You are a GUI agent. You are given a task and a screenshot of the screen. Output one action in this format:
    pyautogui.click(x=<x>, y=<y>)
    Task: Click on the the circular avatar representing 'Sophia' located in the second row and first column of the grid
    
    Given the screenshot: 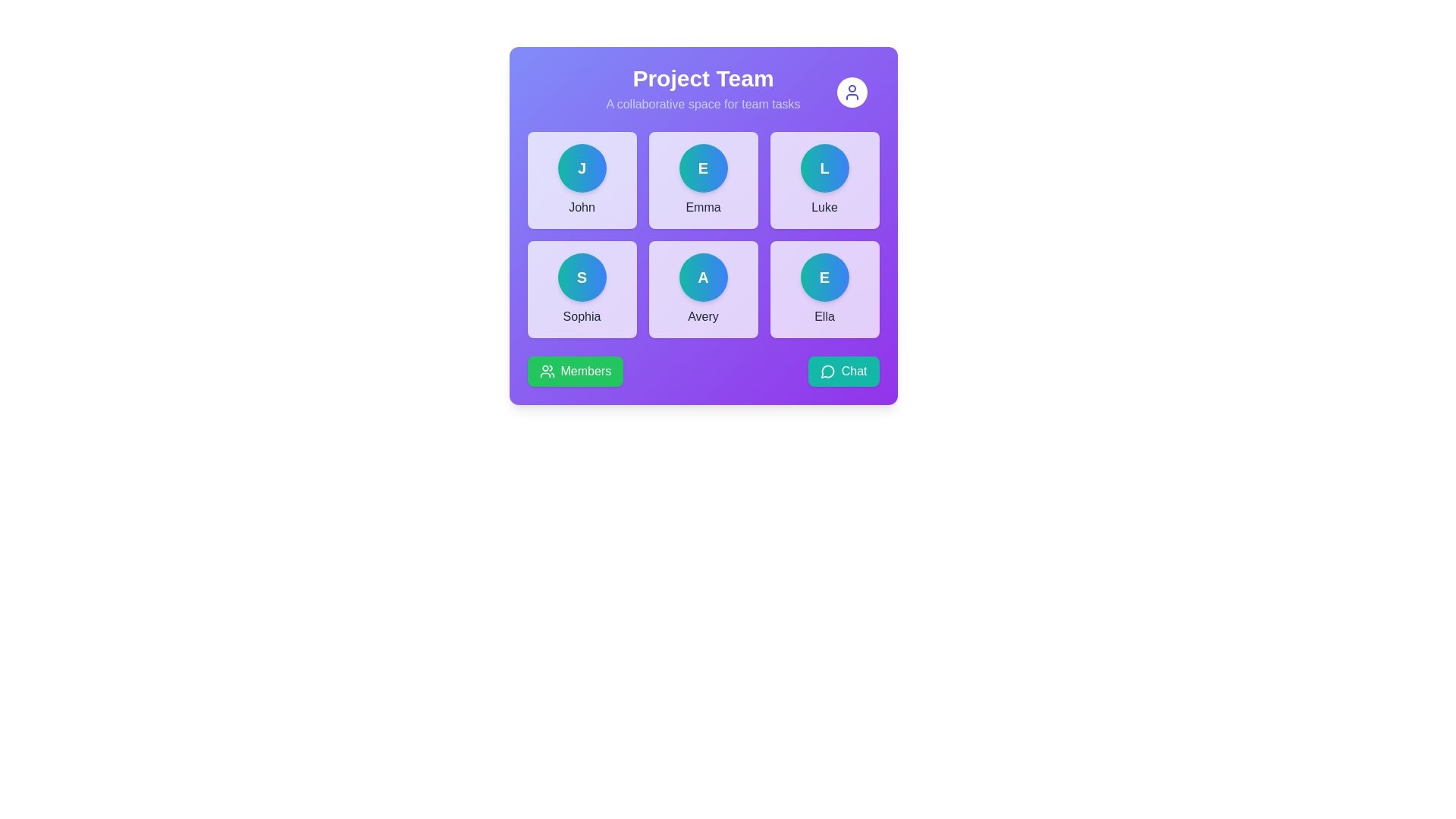 What is the action you would take?
    pyautogui.click(x=581, y=278)
    